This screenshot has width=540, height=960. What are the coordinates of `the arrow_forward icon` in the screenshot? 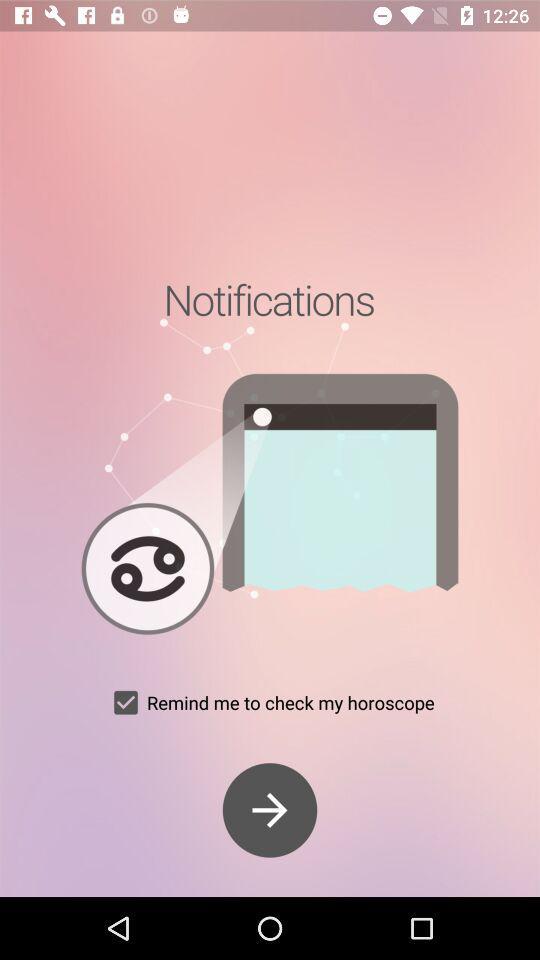 It's located at (270, 810).